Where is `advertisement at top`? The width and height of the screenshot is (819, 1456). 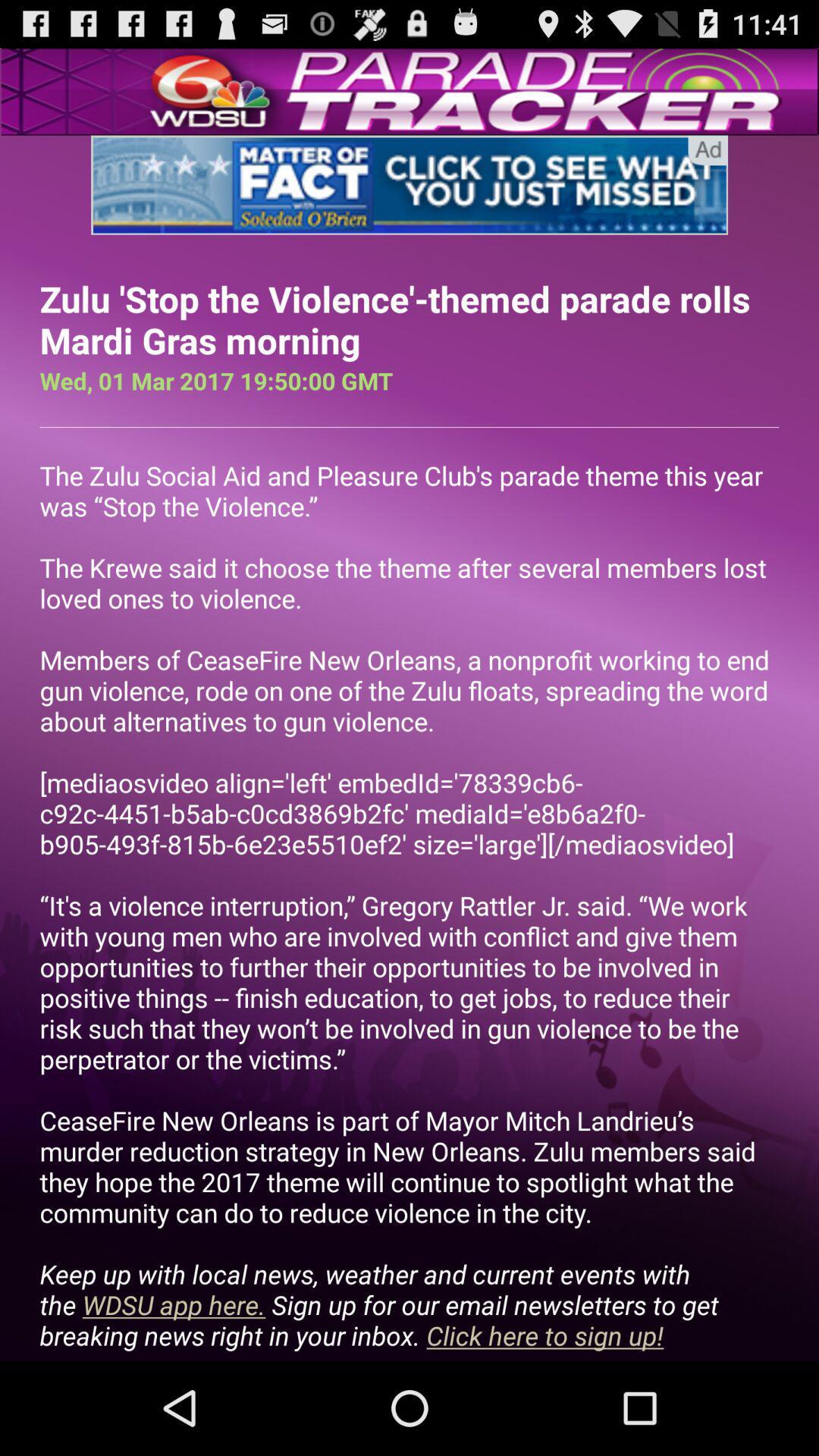 advertisement at top is located at coordinates (409, 184).